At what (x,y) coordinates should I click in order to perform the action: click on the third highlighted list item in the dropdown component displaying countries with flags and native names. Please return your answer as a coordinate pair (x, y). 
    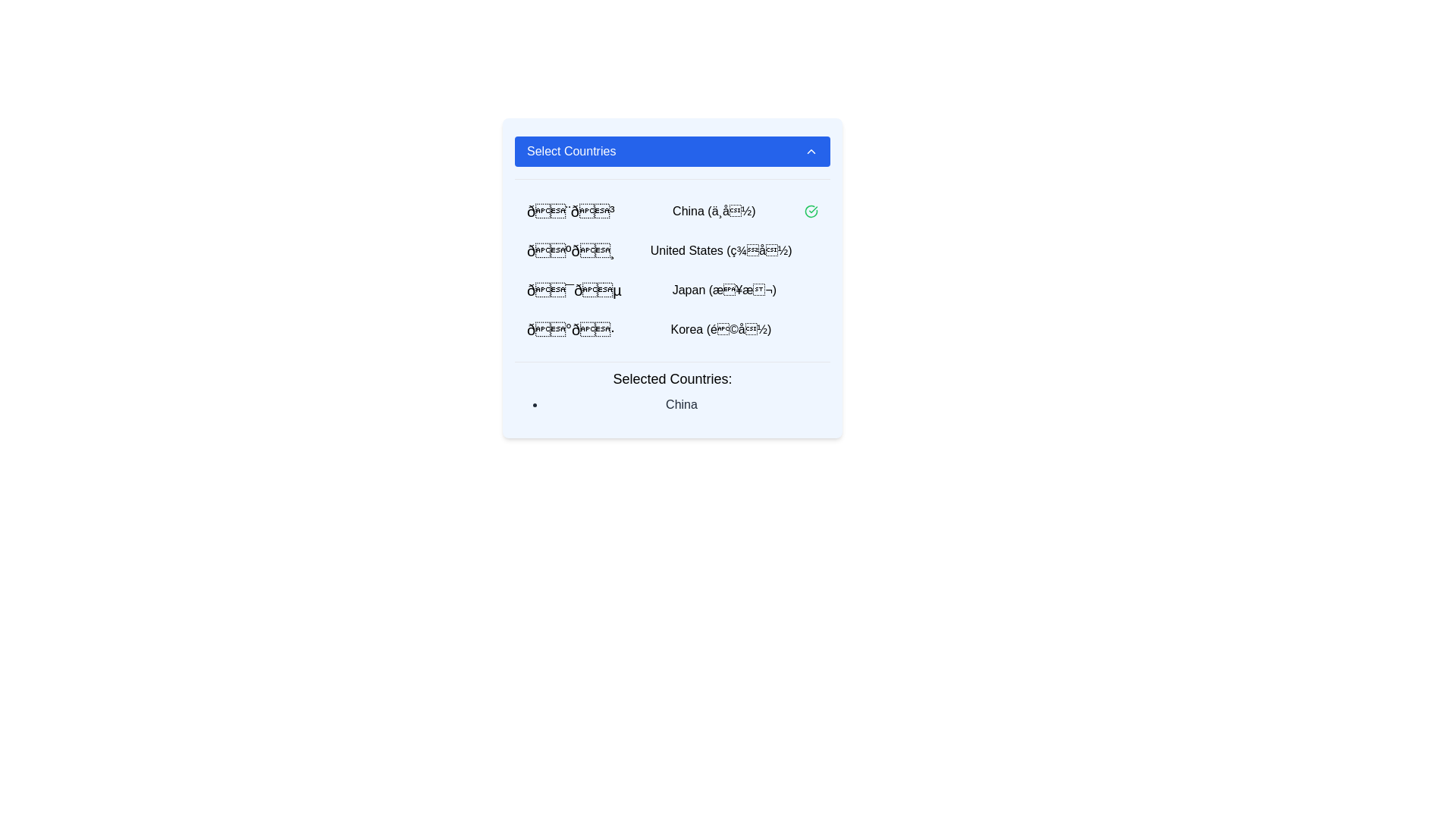
    Looking at the image, I should click on (672, 278).